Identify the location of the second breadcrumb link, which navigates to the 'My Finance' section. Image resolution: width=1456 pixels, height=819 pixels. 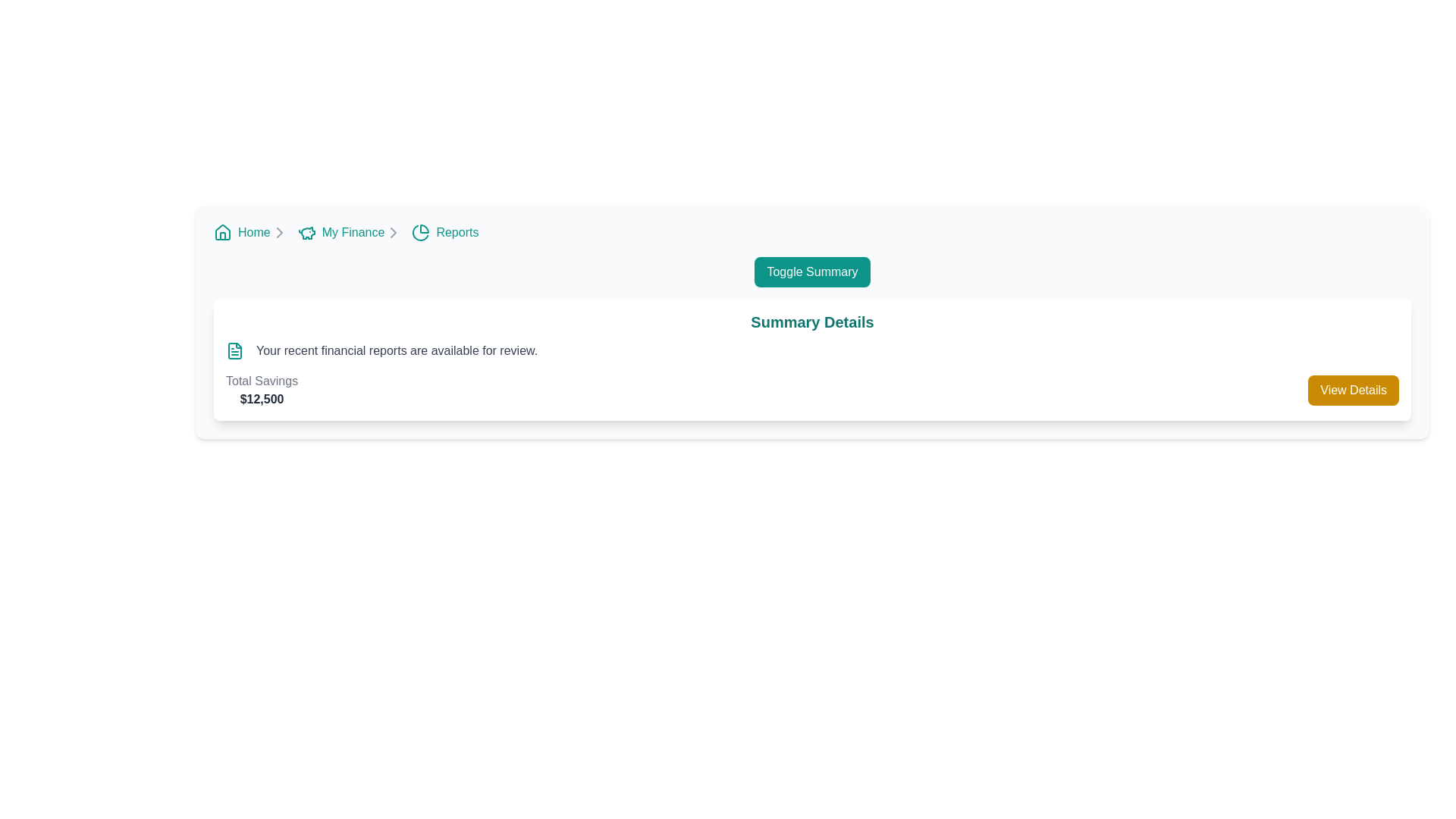
(349, 233).